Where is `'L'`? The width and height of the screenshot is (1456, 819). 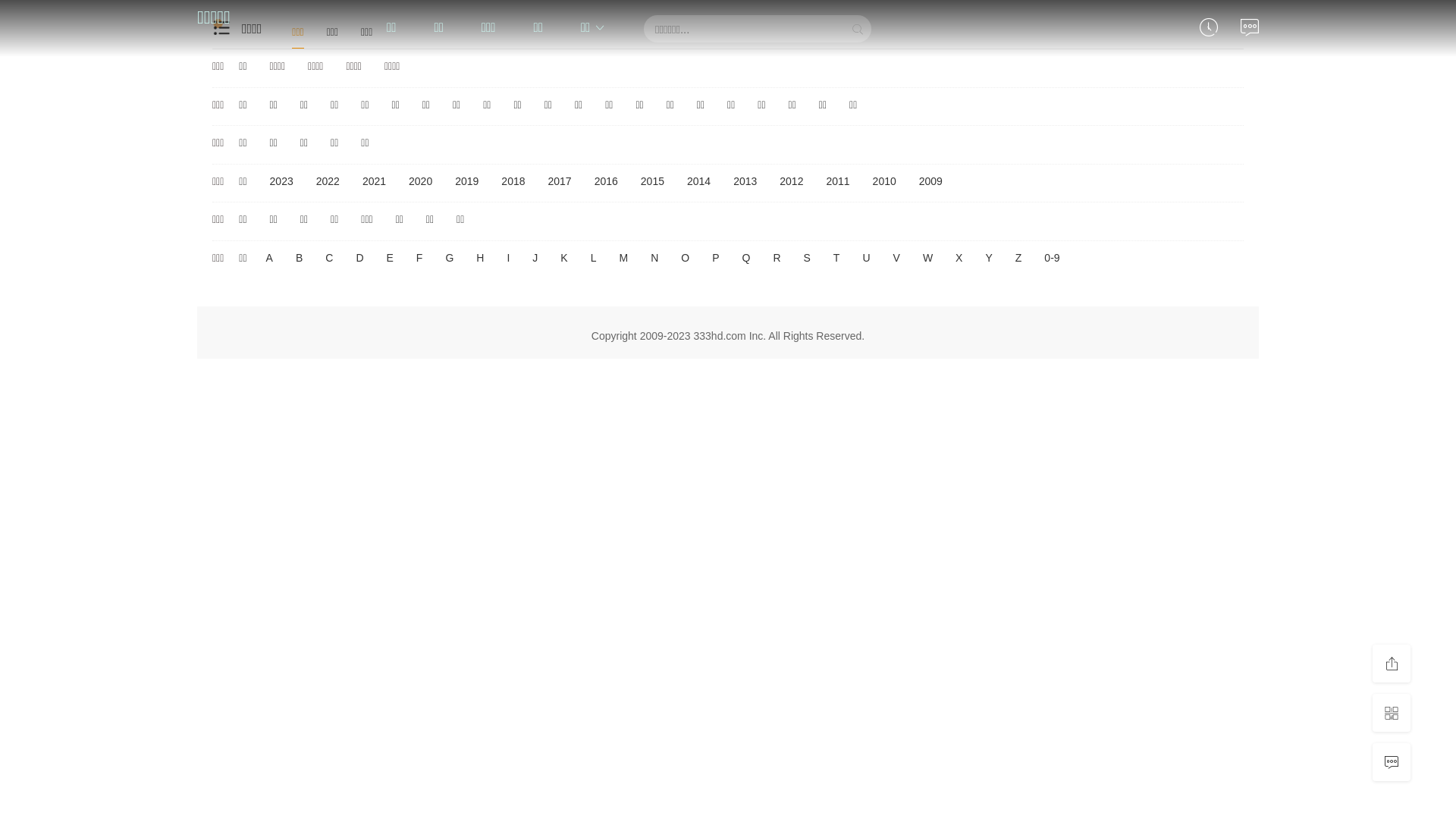
'L' is located at coordinates (585, 257).